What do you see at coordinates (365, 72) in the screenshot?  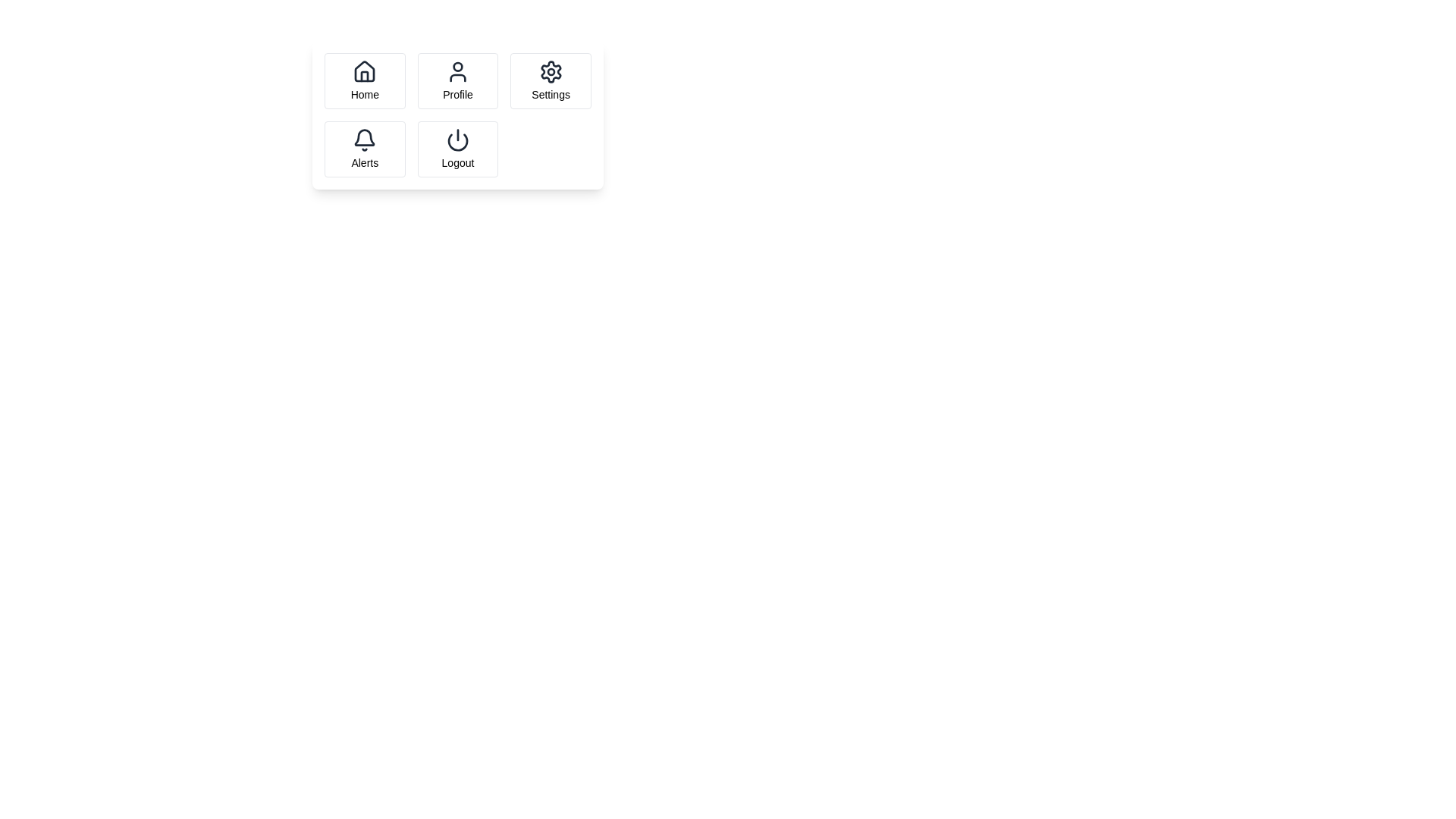 I see `the home navigation icon located in the top-left of the grid layout, which redirects to the main dashboard` at bounding box center [365, 72].